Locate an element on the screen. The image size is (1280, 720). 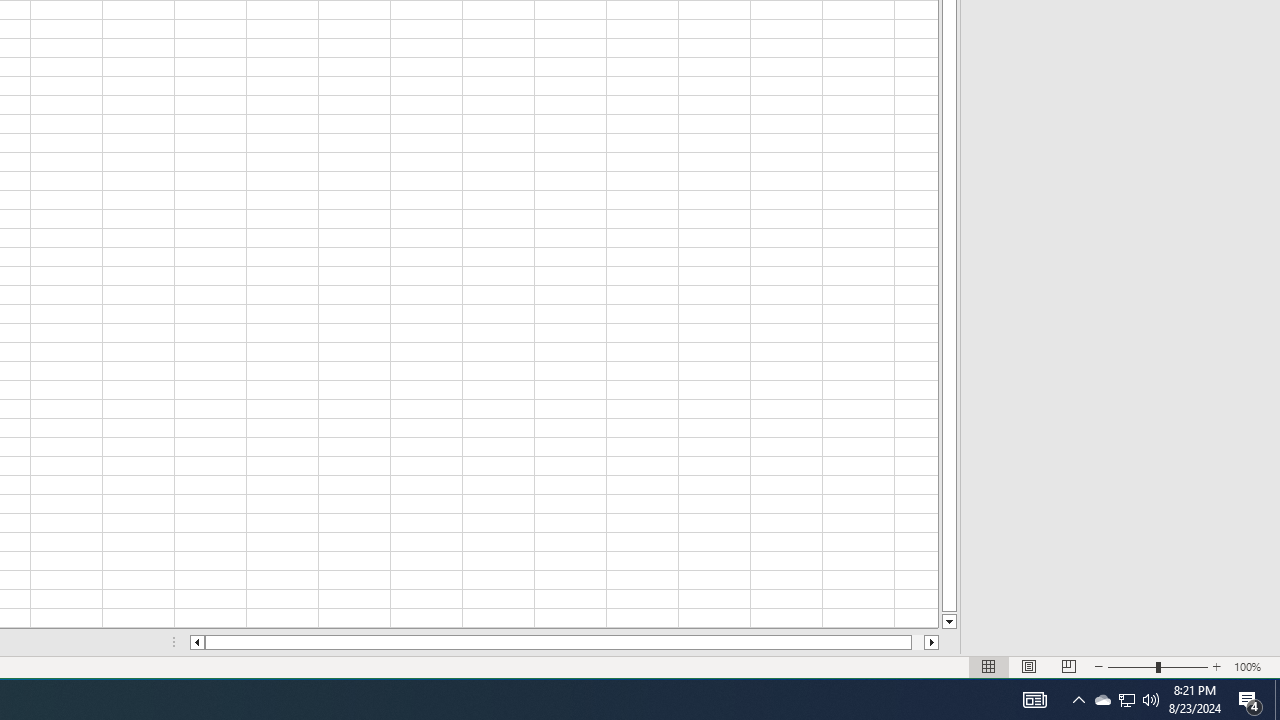
'Action Center, 4 new notifications' is located at coordinates (1250, 698).